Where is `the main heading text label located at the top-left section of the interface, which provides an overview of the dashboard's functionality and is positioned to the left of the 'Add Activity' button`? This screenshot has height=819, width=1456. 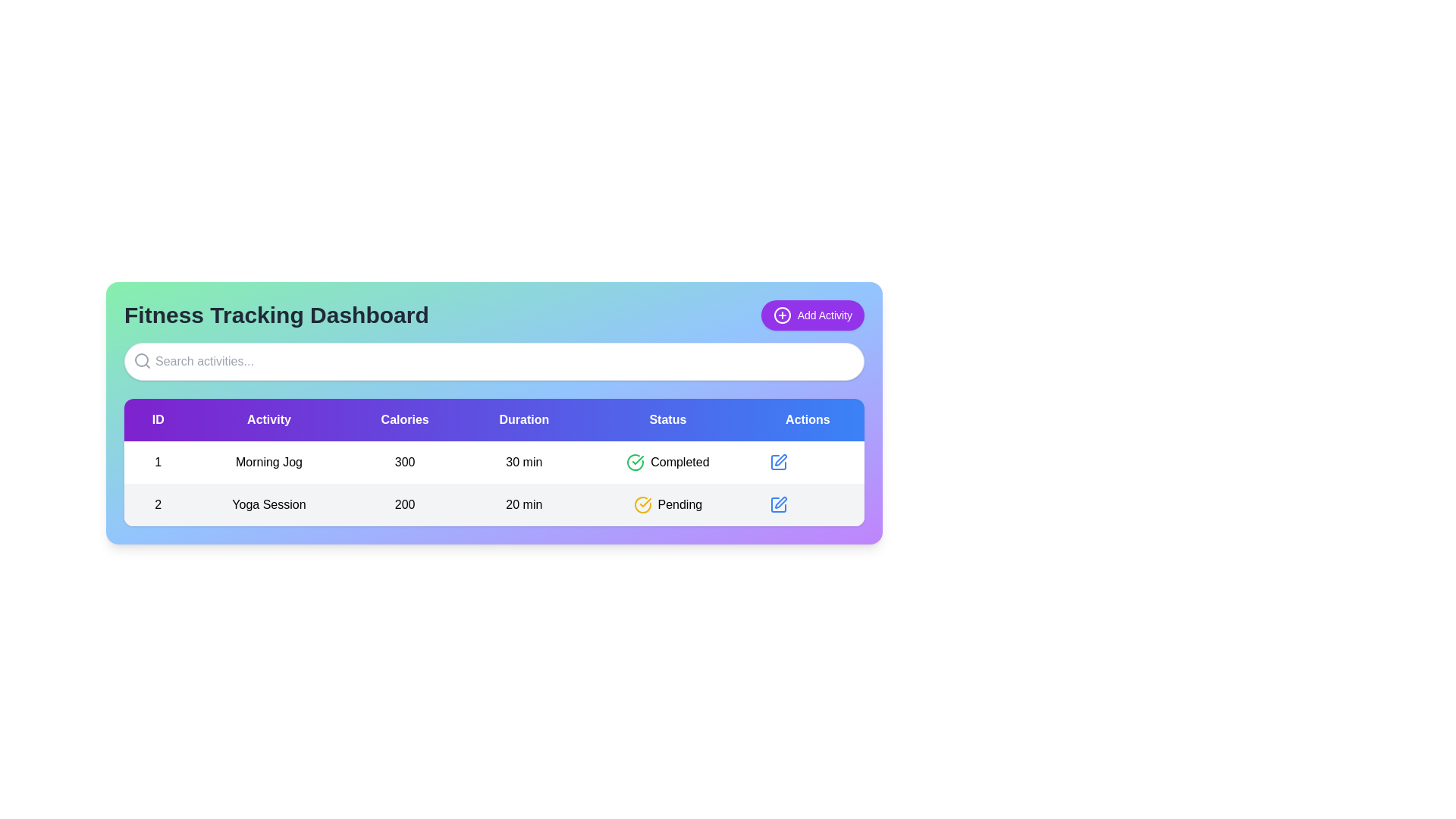 the main heading text label located at the top-left section of the interface, which provides an overview of the dashboard's functionality and is positioned to the left of the 'Add Activity' button is located at coordinates (276, 315).